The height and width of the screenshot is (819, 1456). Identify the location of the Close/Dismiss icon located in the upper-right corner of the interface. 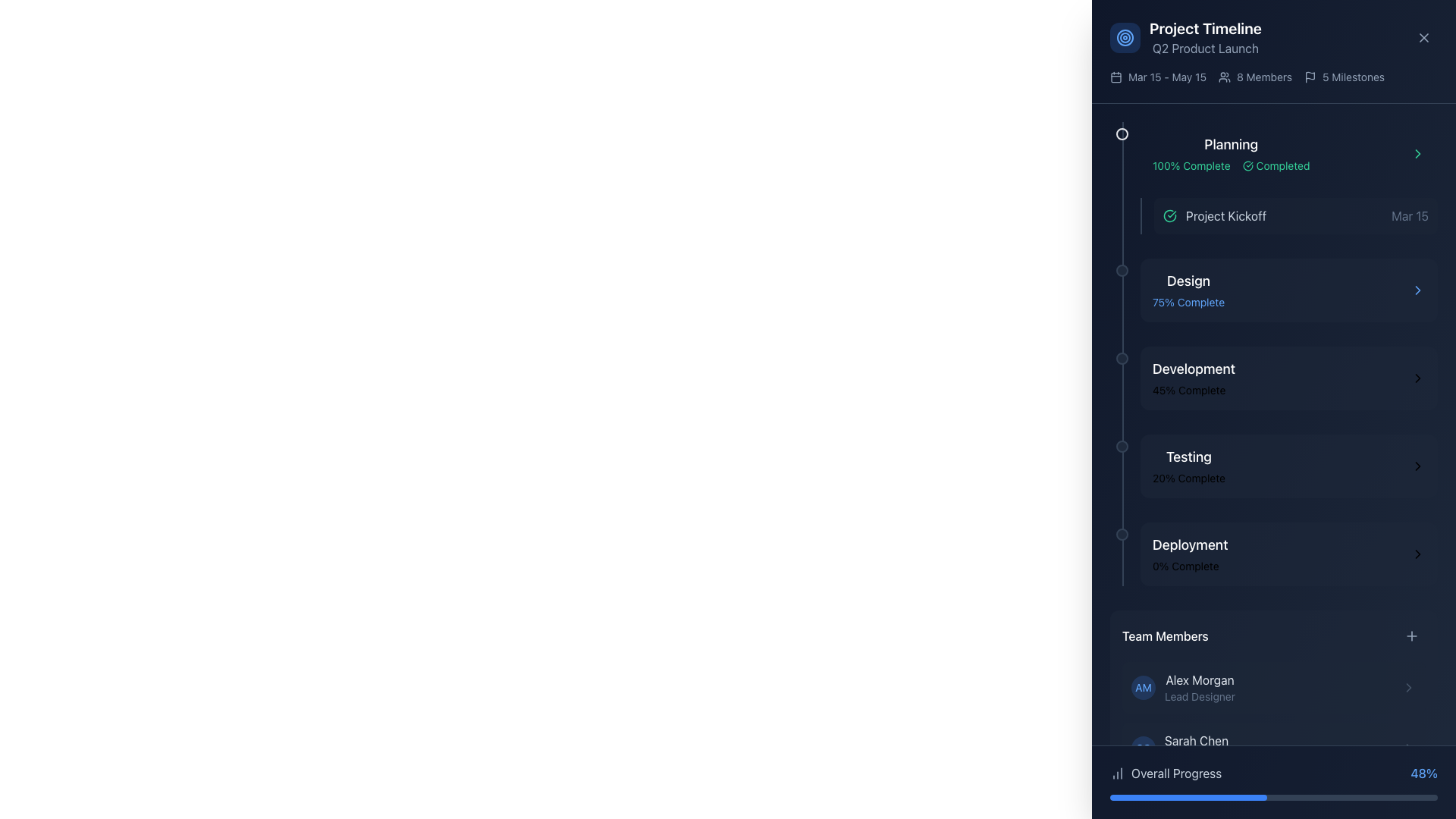
(1423, 37).